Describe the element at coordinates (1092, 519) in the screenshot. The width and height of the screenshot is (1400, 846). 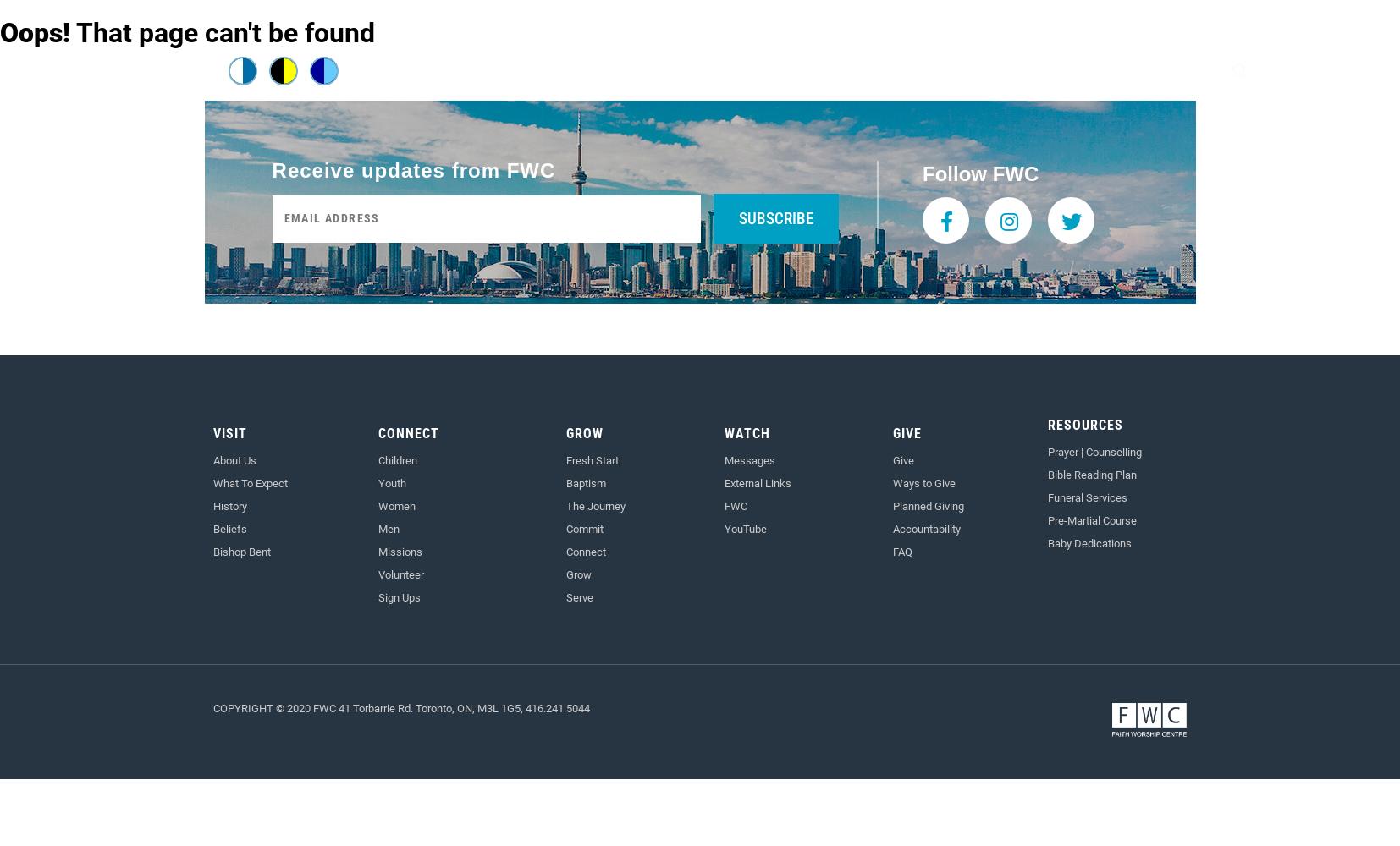
I see `'Pre-Martial Course'` at that location.